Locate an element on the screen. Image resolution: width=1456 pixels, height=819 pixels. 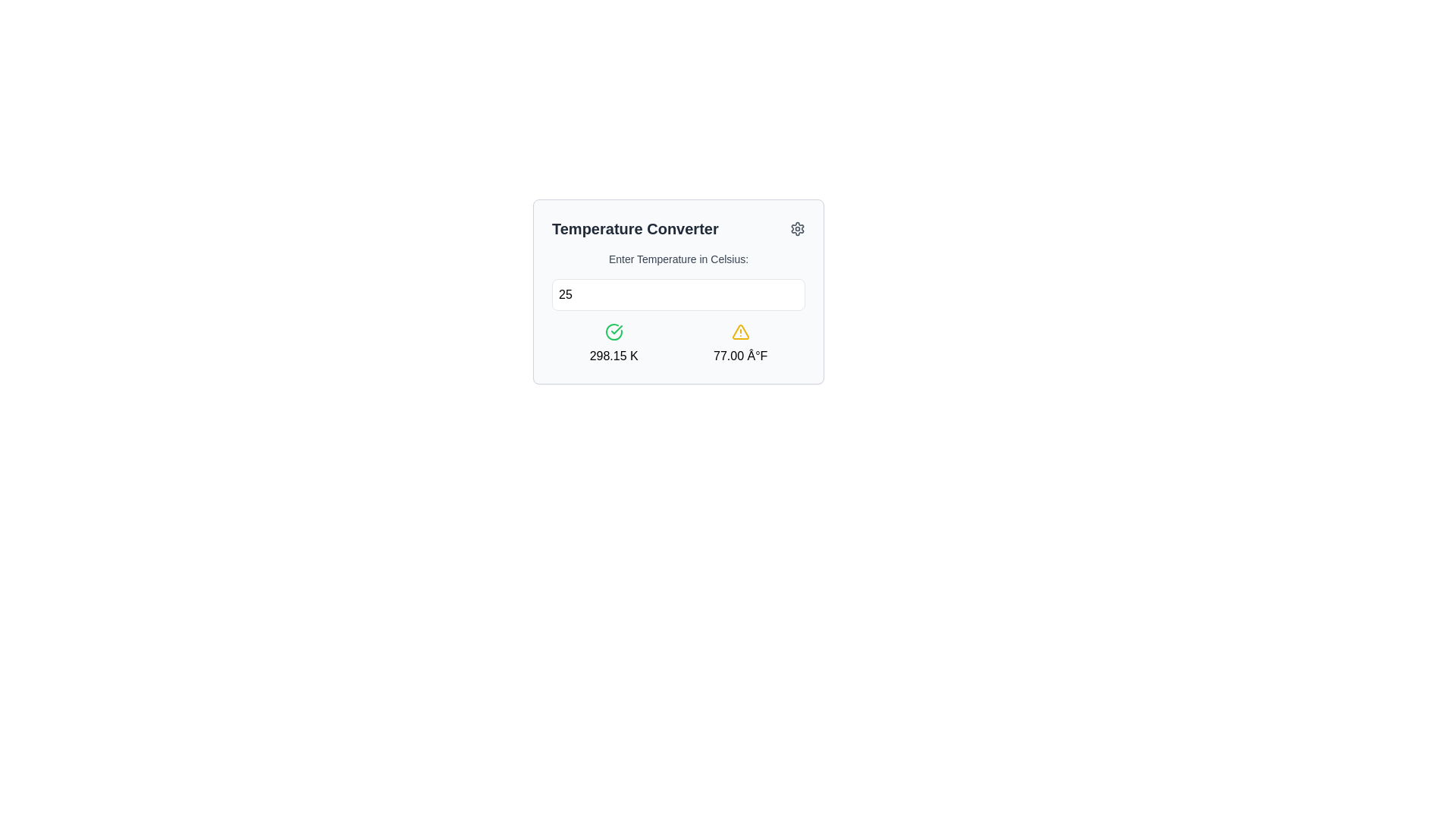
the cogwheel icon located at the upper-right corner of the 'Temperature Converter' card is located at coordinates (796, 228).